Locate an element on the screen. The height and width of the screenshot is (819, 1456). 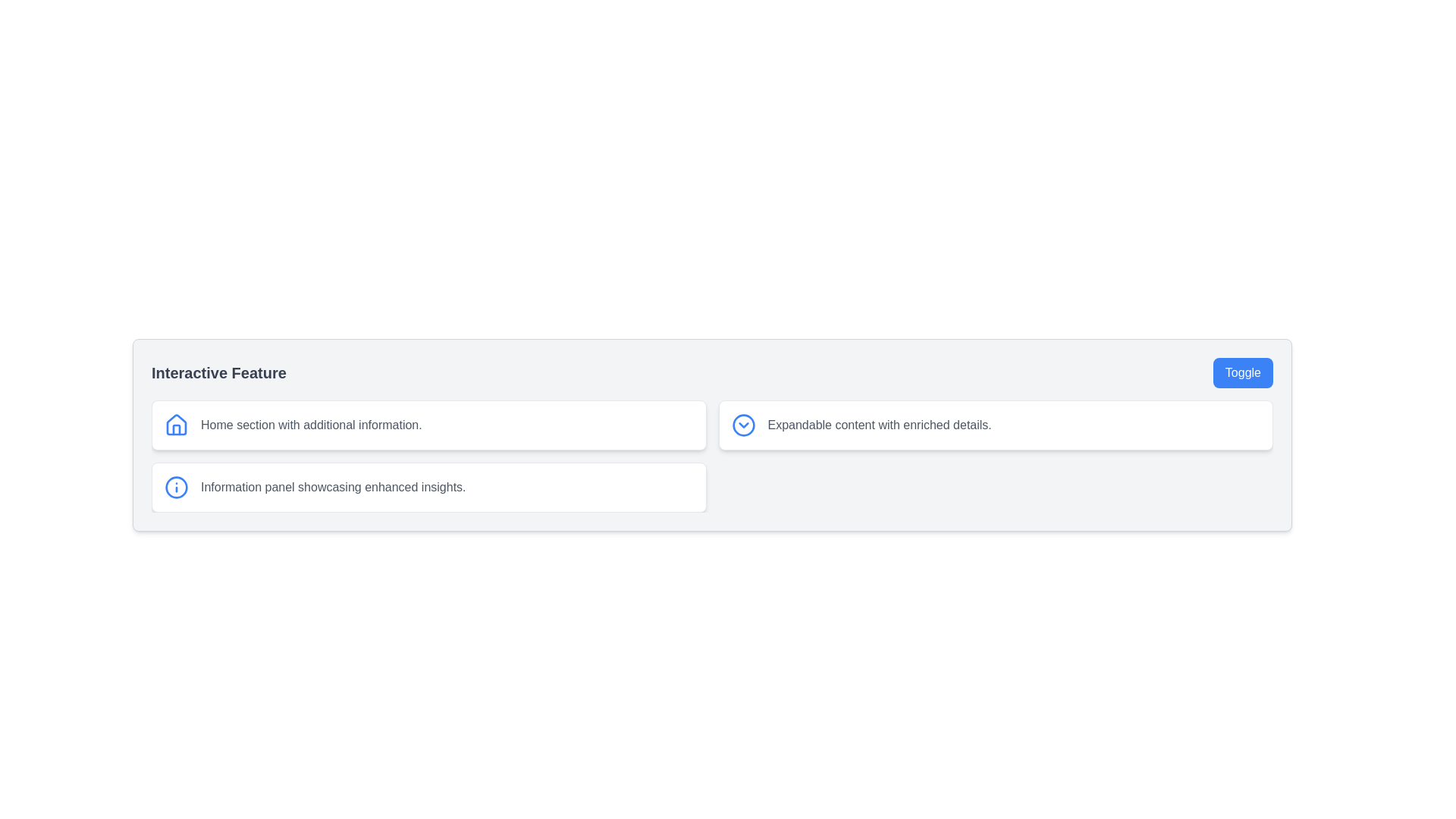
the circular SVG icon with a bright blue border and central 'i' symbol located on the left side of the 'Information panel showcasing enhanced insights.' text is located at coordinates (177, 488).